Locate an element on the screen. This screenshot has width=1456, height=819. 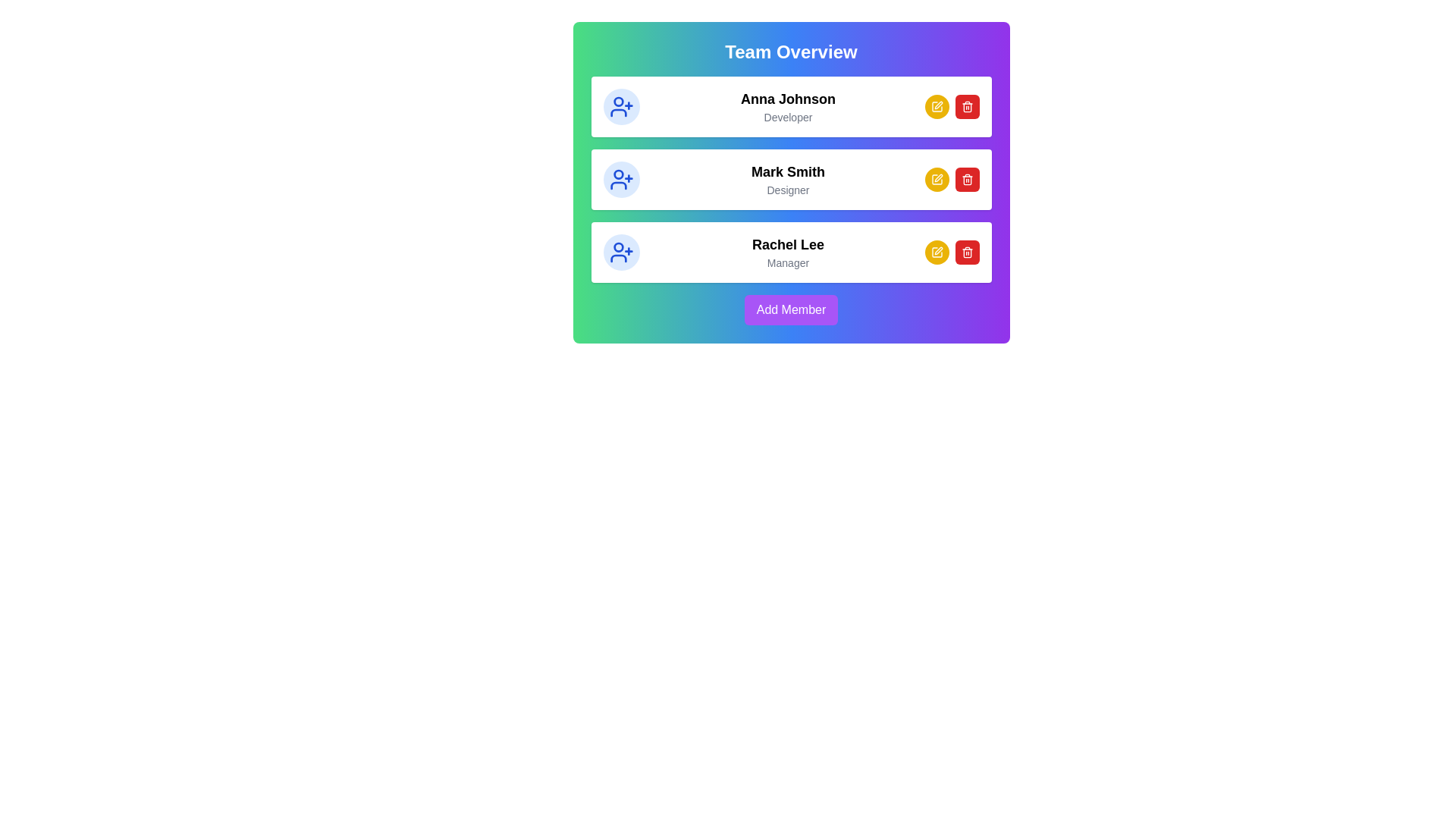
the Text label displaying the name and role of 'Rachel Lee' within the 'Team Overview' section, located between the user icon on the left and the action buttons on the right is located at coordinates (788, 251).